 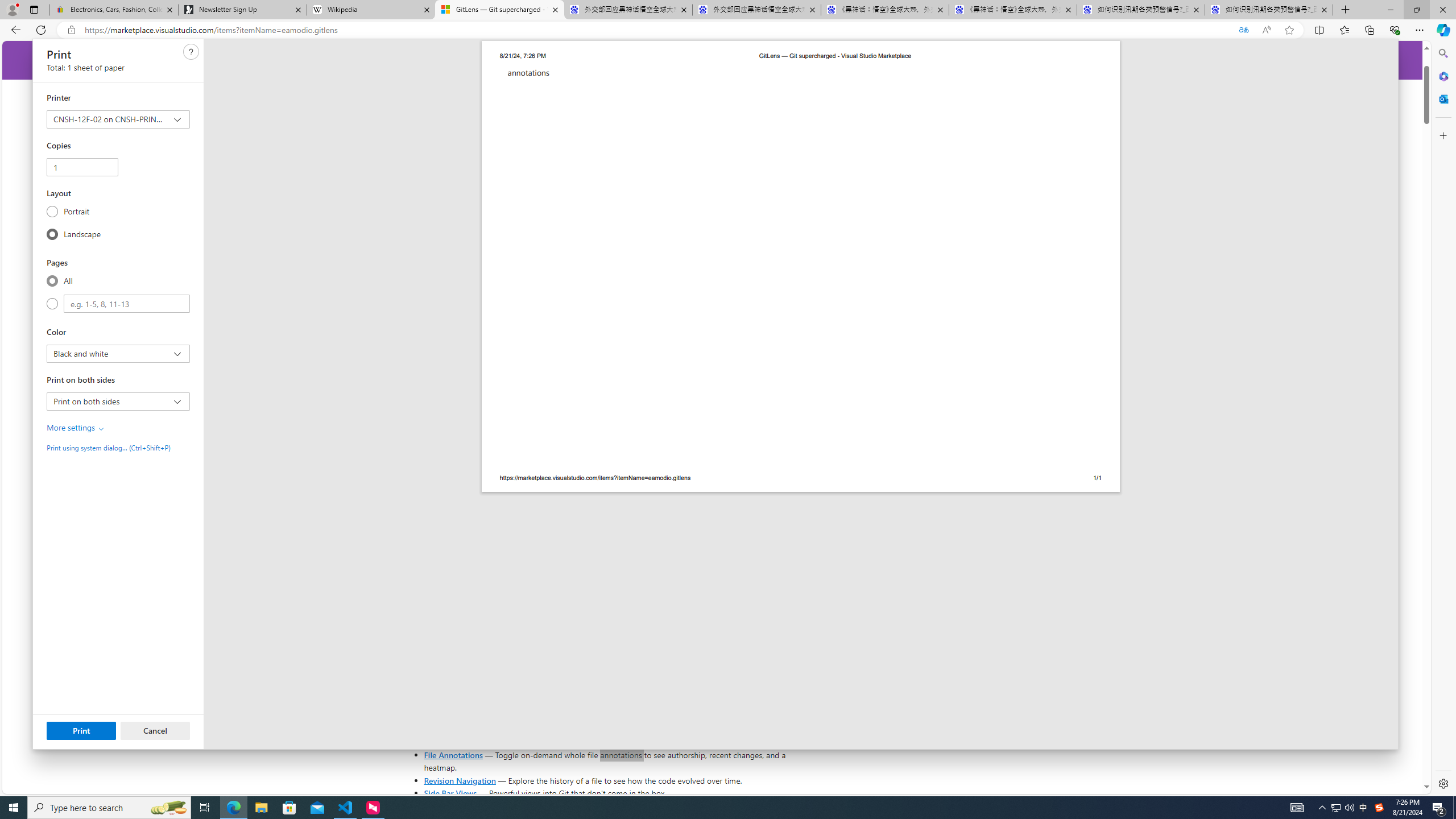 I want to click on 'Printer CNSH-12F-02 on CNSH-PRINT-01', so click(x=118, y=119).